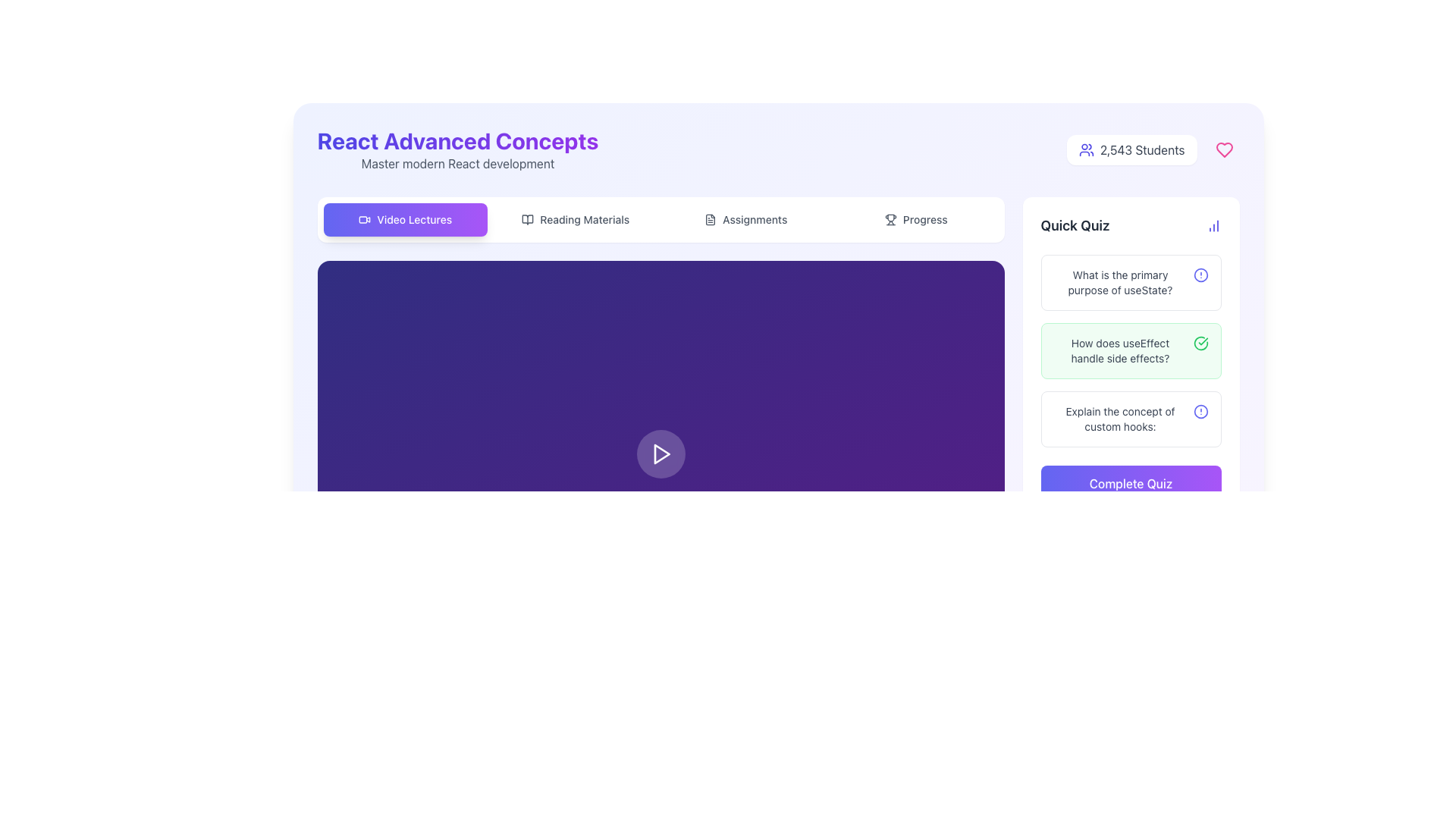 This screenshot has width=1456, height=819. I want to click on the 'Reading Materials' button, so click(575, 219).